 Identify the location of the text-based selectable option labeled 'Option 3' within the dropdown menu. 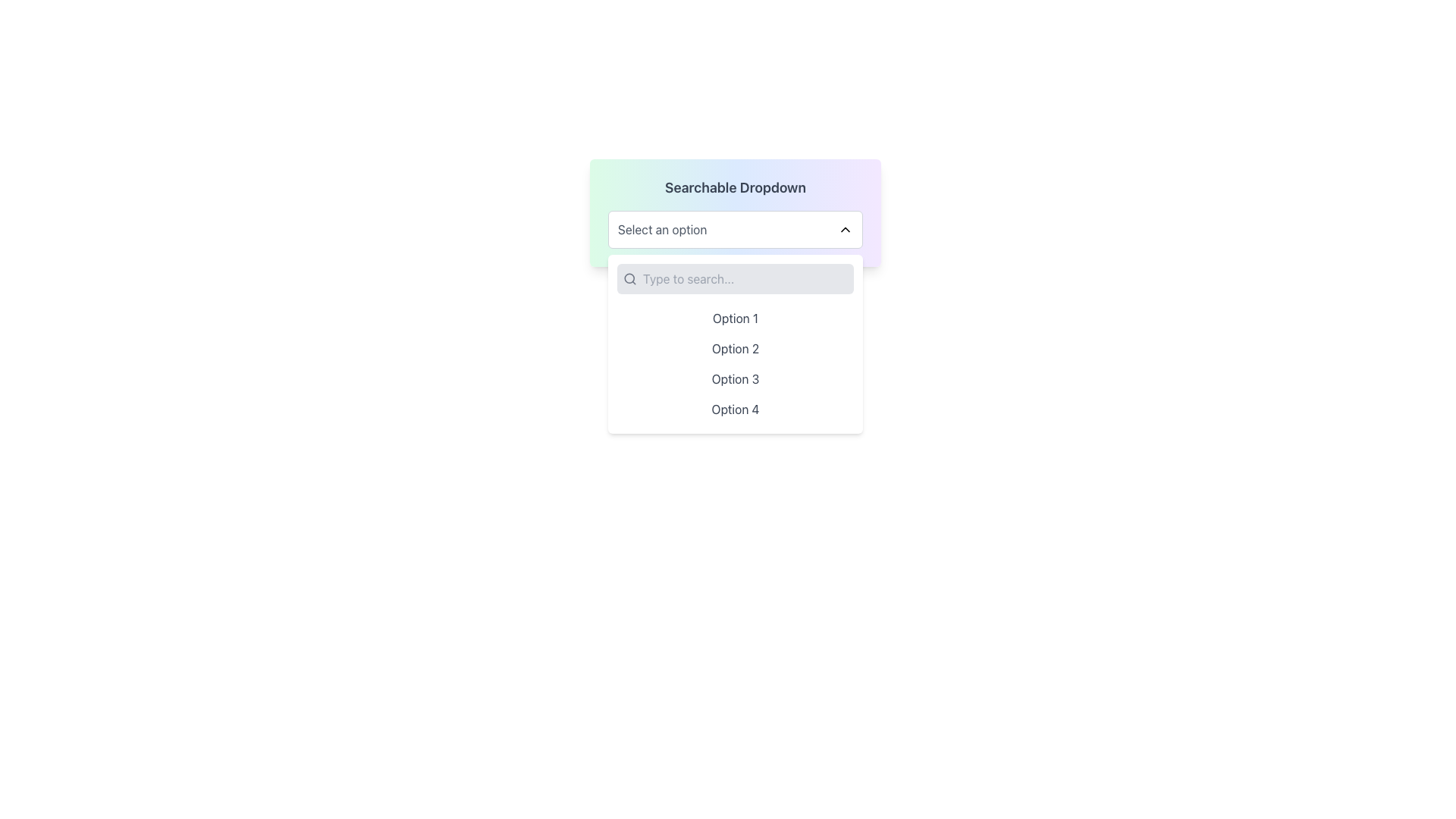
(735, 378).